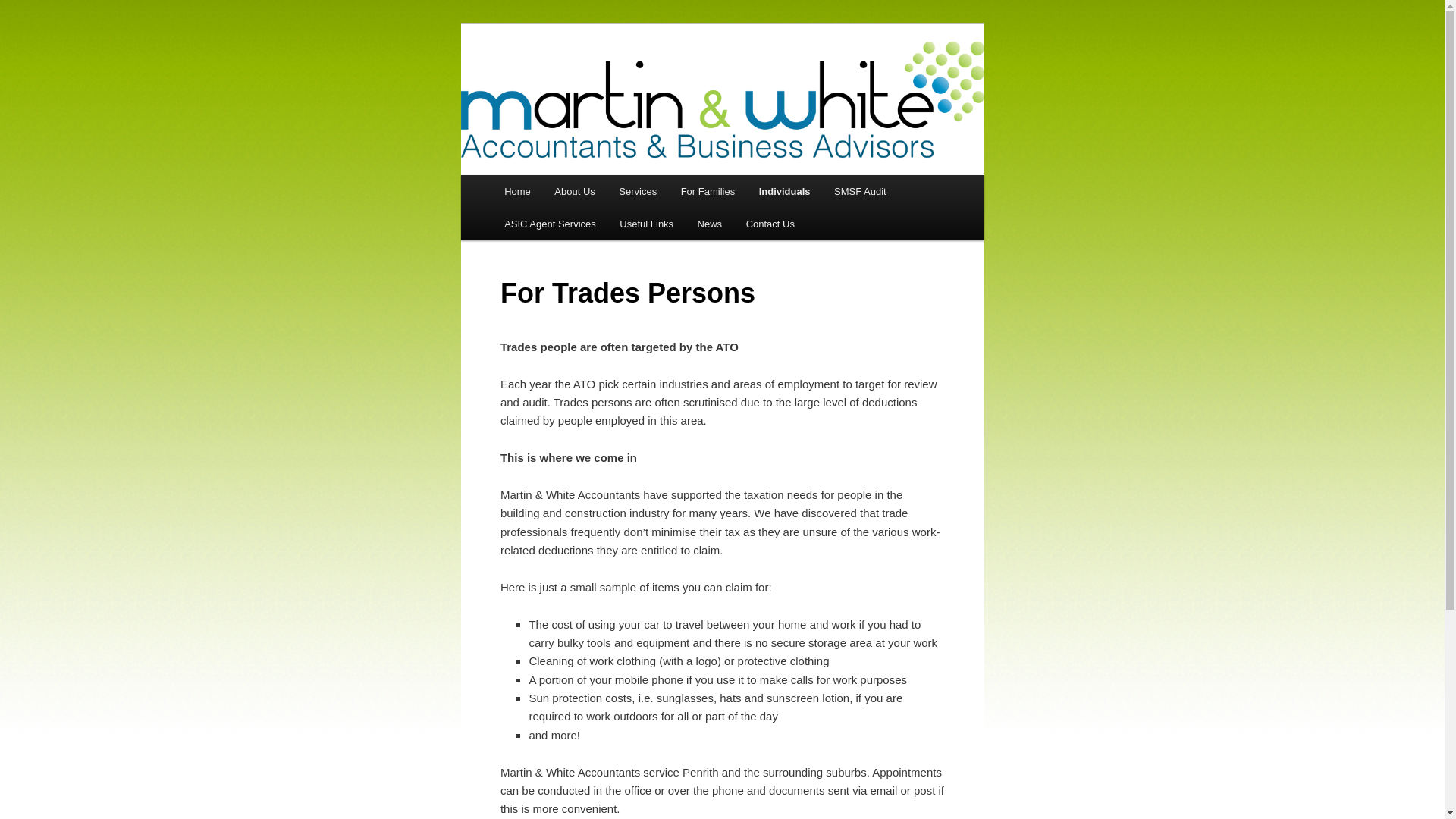 The image size is (1456, 819). I want to click on 'SMSF Audit', so click(821, 190).